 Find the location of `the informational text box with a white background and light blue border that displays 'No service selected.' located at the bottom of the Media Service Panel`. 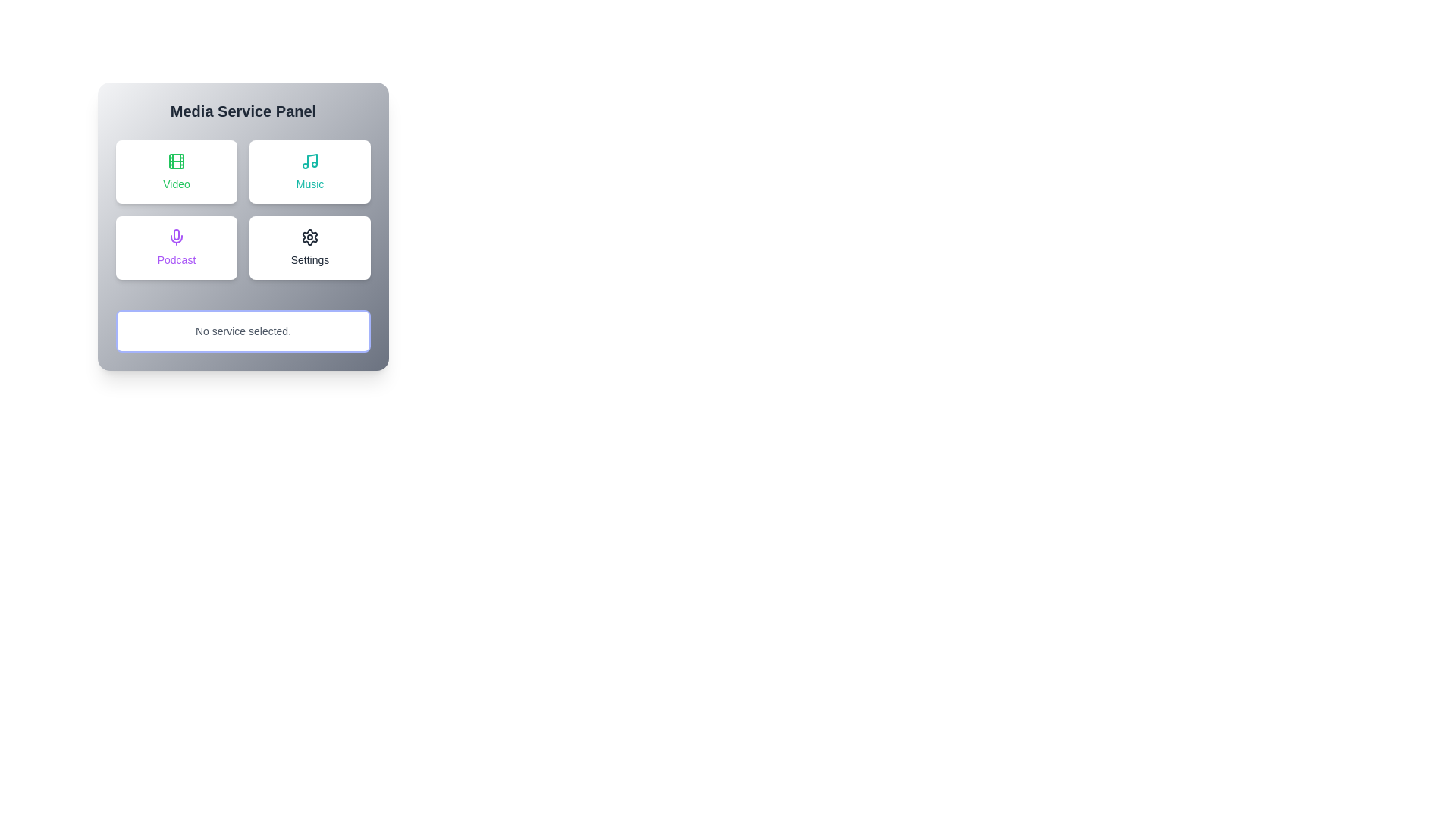

the informational text box with a white background and light blue border that displays 'No service selected.' located at the bottom of the Media Service Panel is located at coordinates (243, 330).